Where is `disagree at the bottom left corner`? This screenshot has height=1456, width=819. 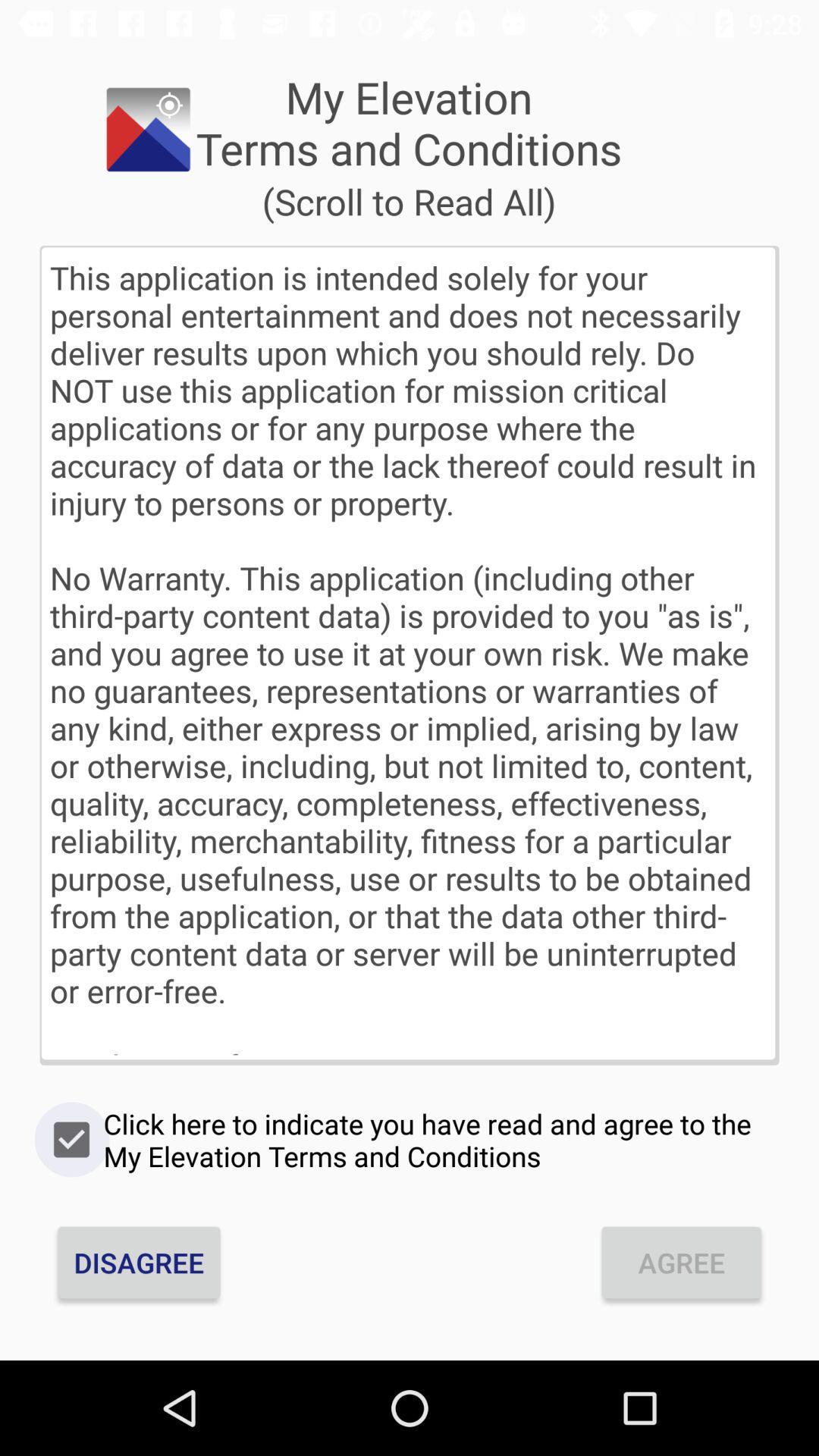 disagree at the bottom left corner is located at coordinates (139, 1263).